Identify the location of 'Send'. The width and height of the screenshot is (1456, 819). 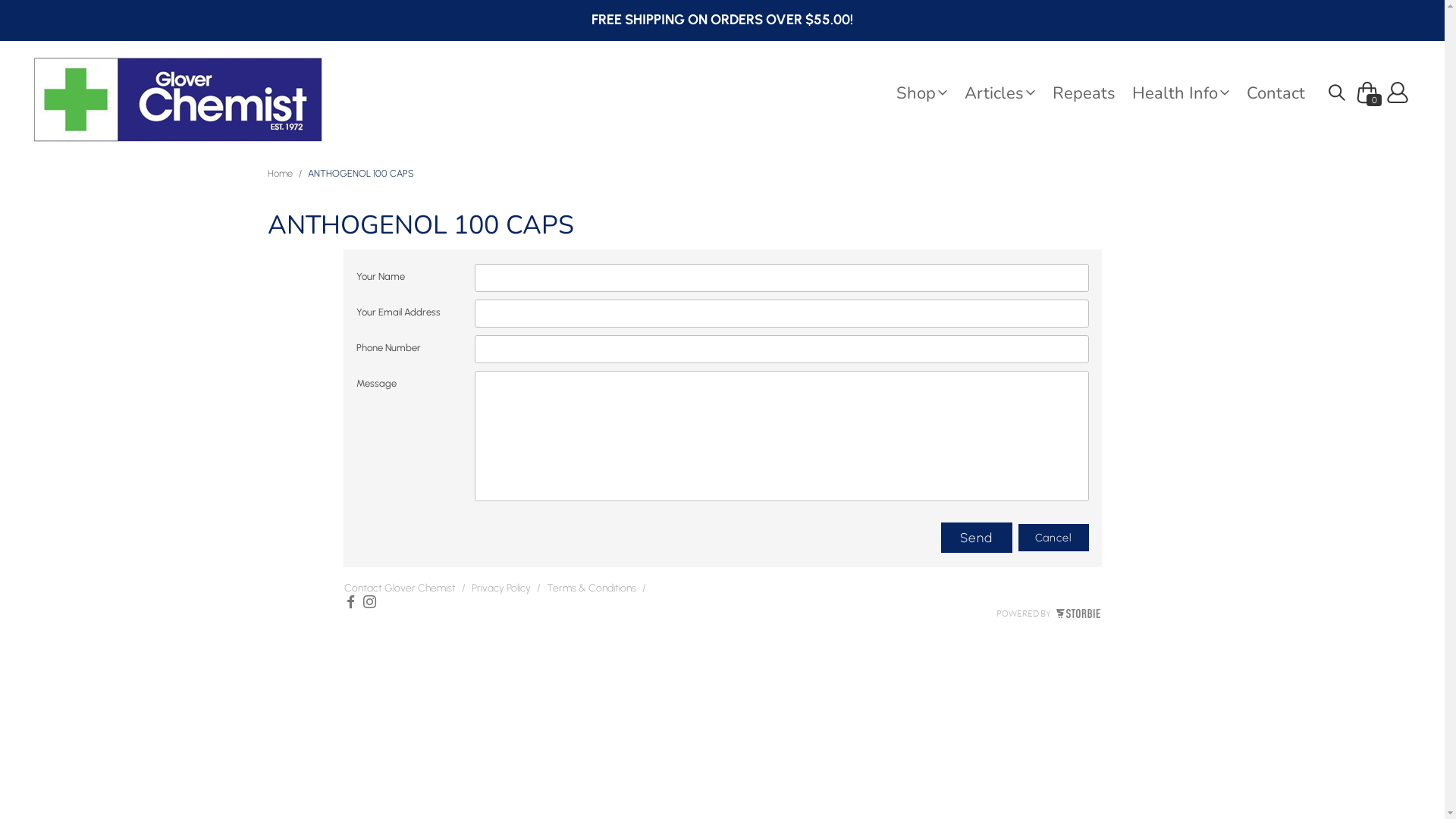
(976, 537).